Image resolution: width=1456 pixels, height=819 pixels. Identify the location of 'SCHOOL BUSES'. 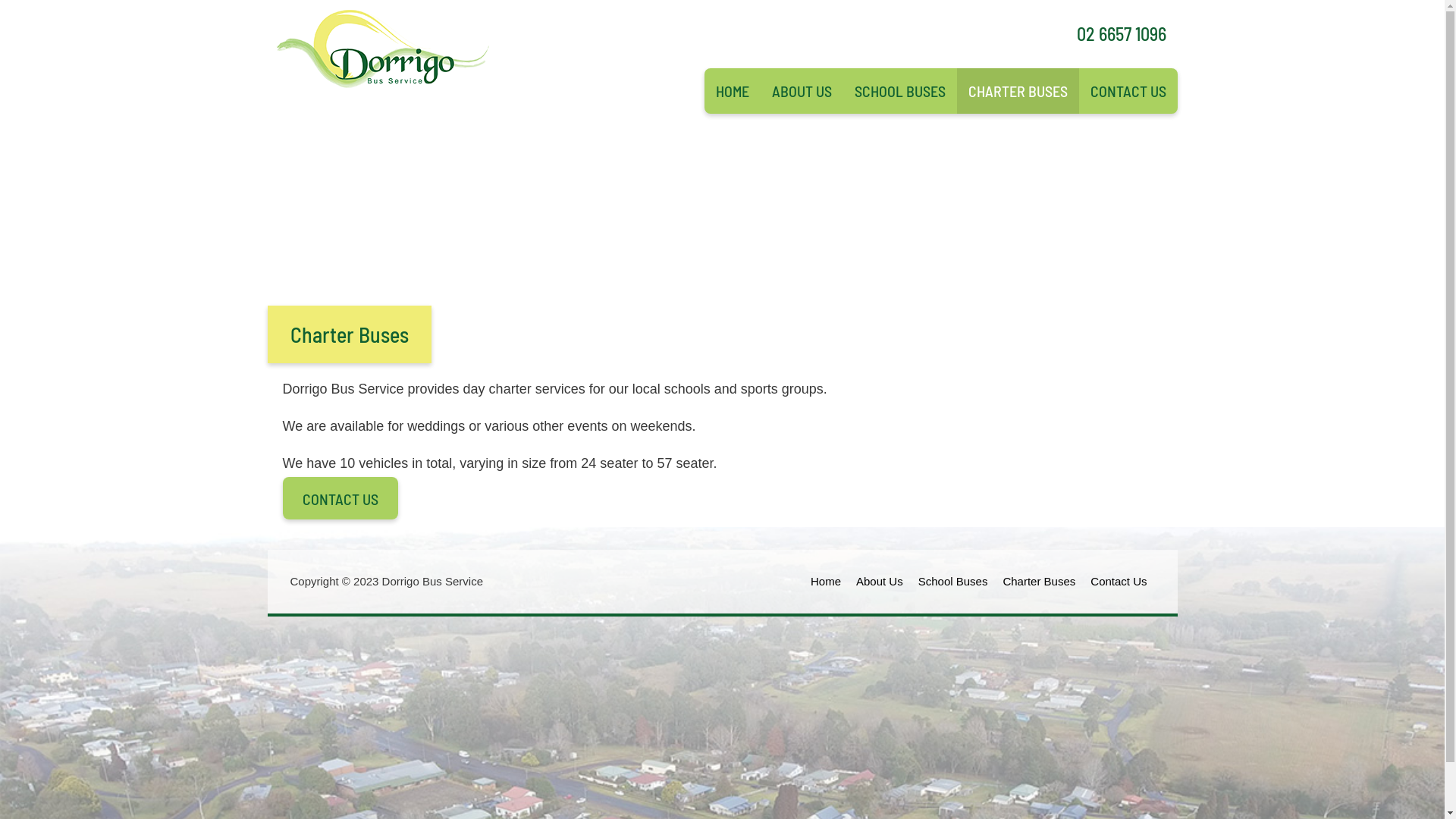
(843, 90).